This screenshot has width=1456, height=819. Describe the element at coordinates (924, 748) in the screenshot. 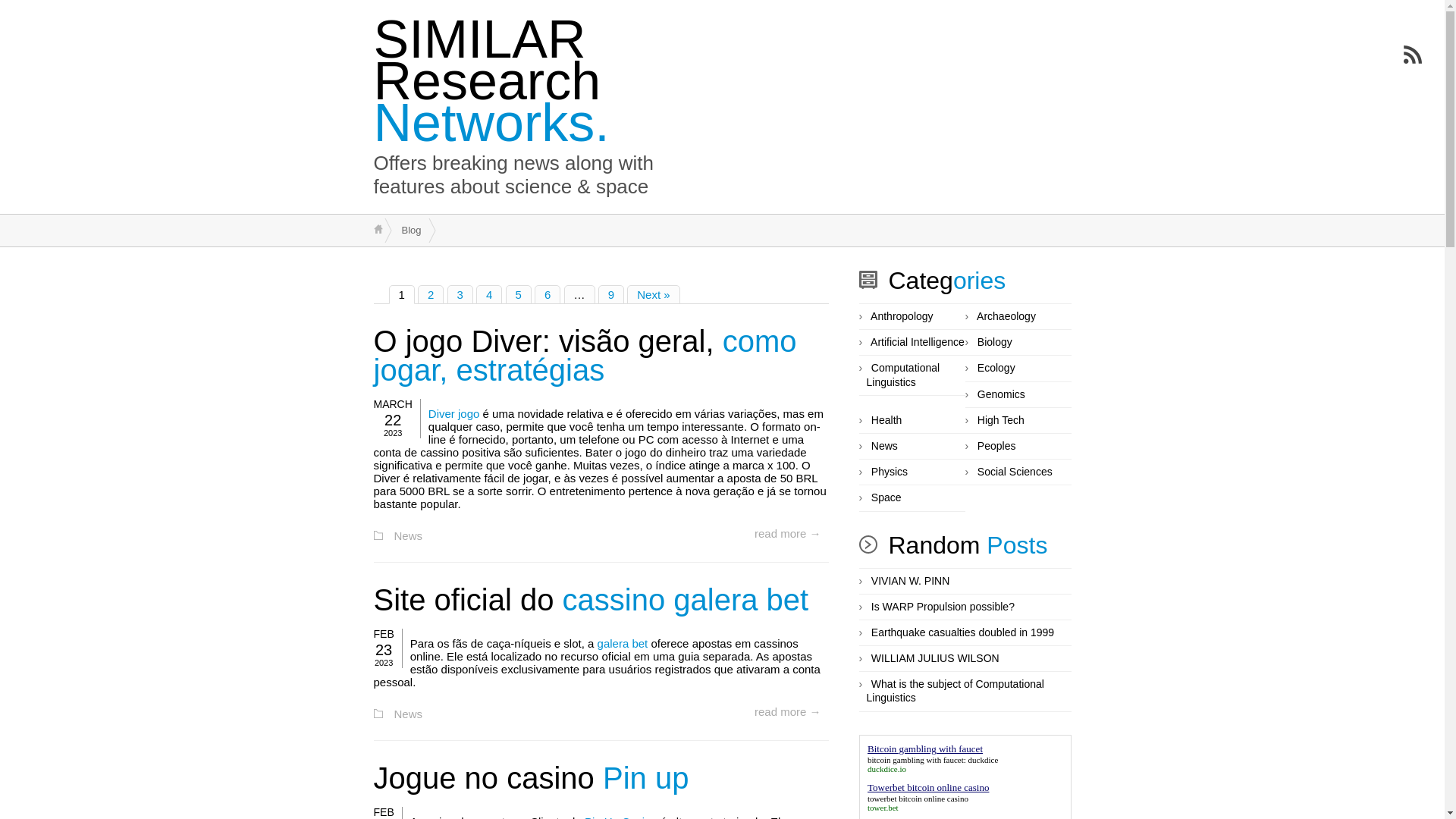

I see `'Bitcoin gambling with faucet'` at that location.